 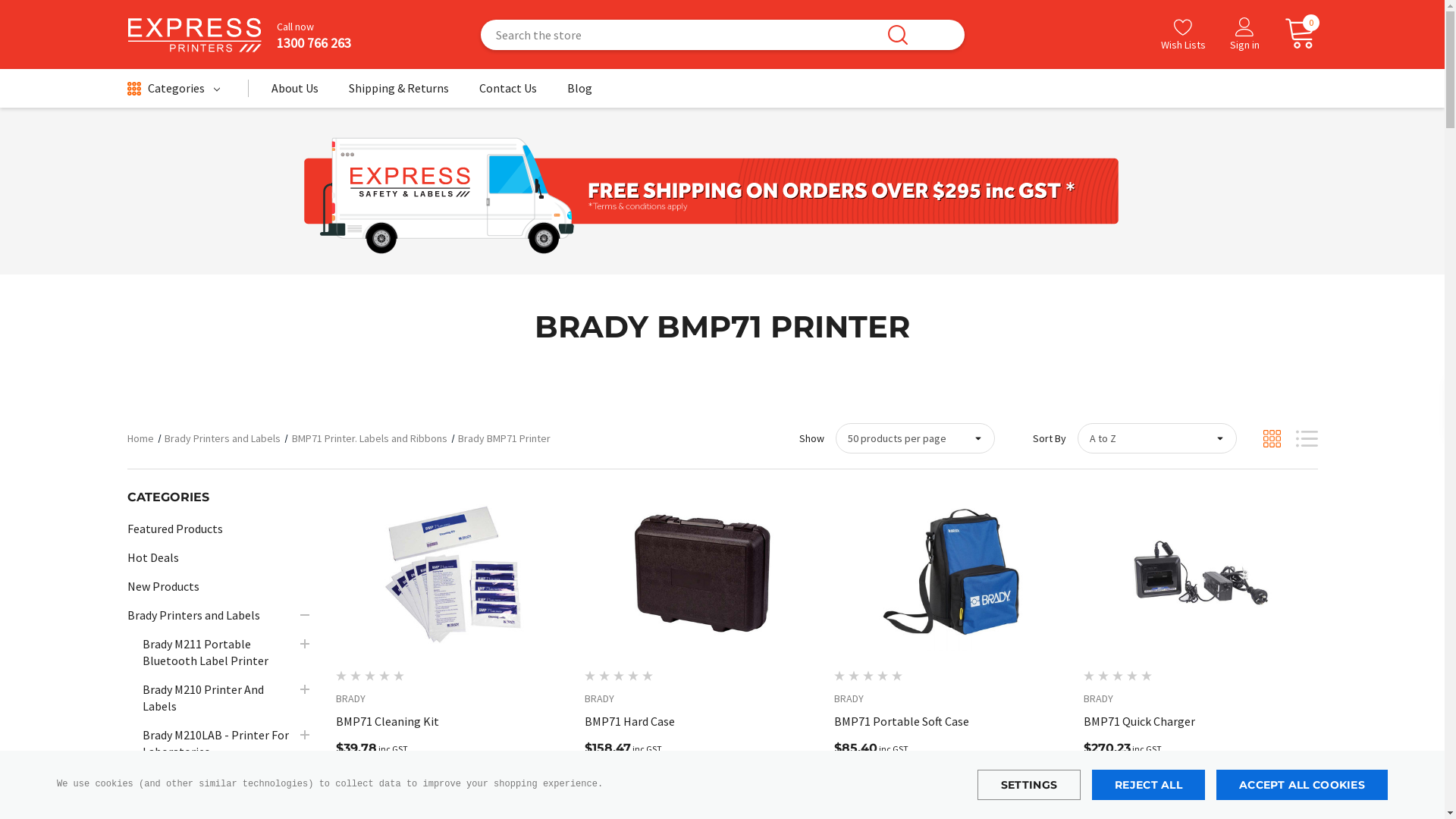 What do you see at coordinates (1181, 34) in the screenshot?
I see `'Wish Lists'` at bounding box center [1181, 34].